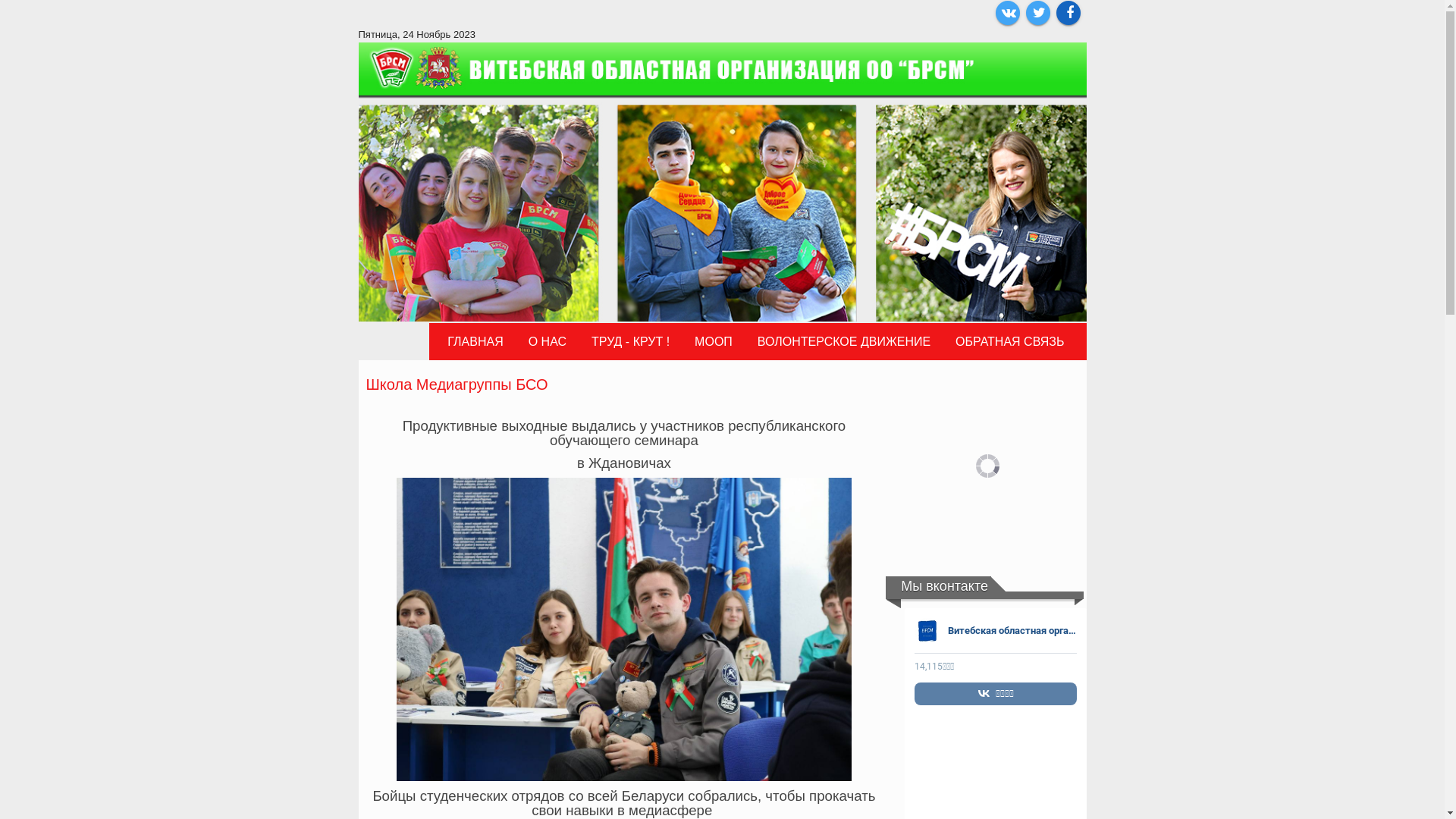  Describe the element at coordinates (1055, 12) in the screenshot. I see `'Facebook'` at that location.